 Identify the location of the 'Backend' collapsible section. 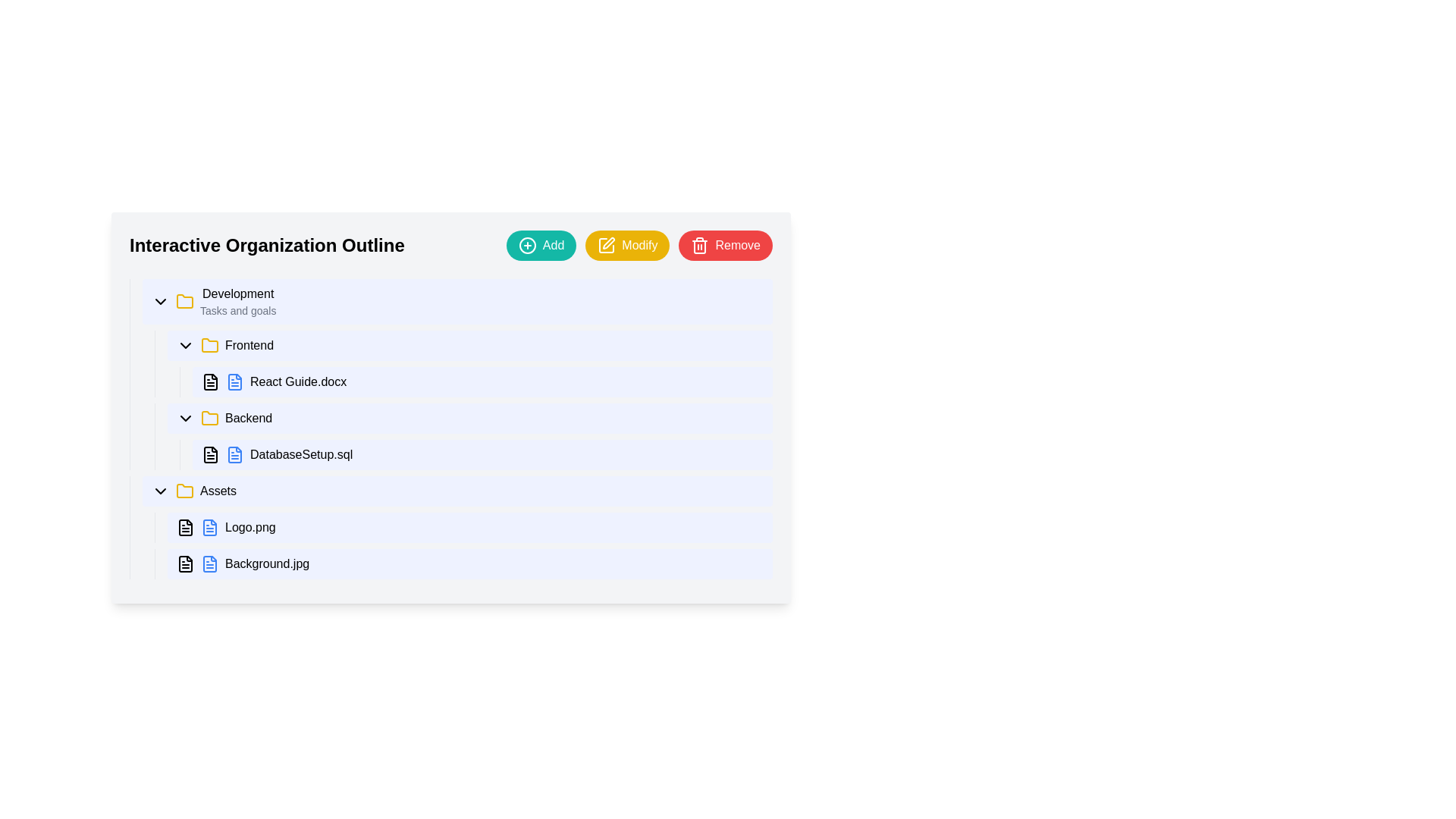
(450, 429).